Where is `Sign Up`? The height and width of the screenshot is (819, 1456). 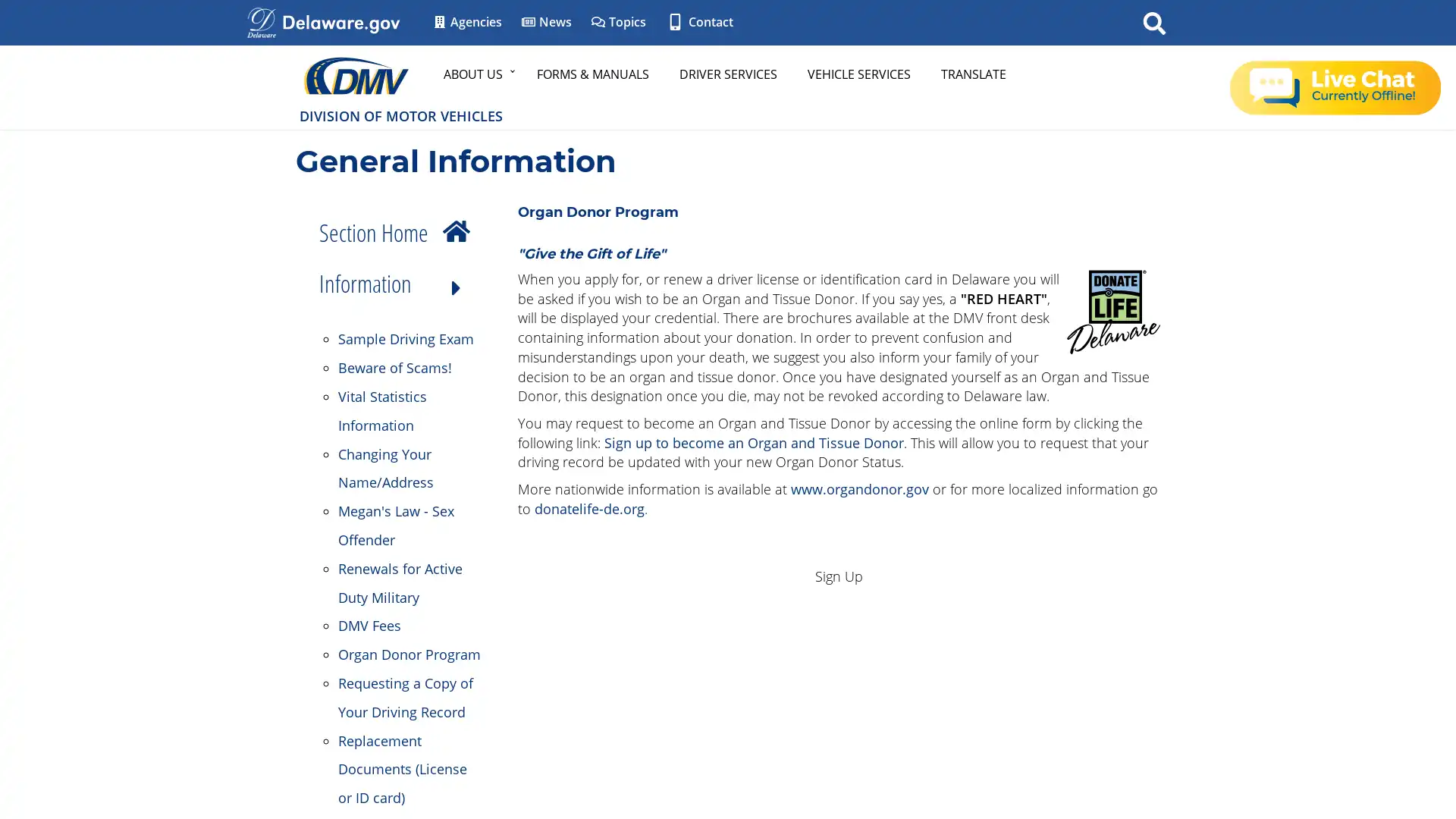
Sign Up is located at coordinates (837, 576).